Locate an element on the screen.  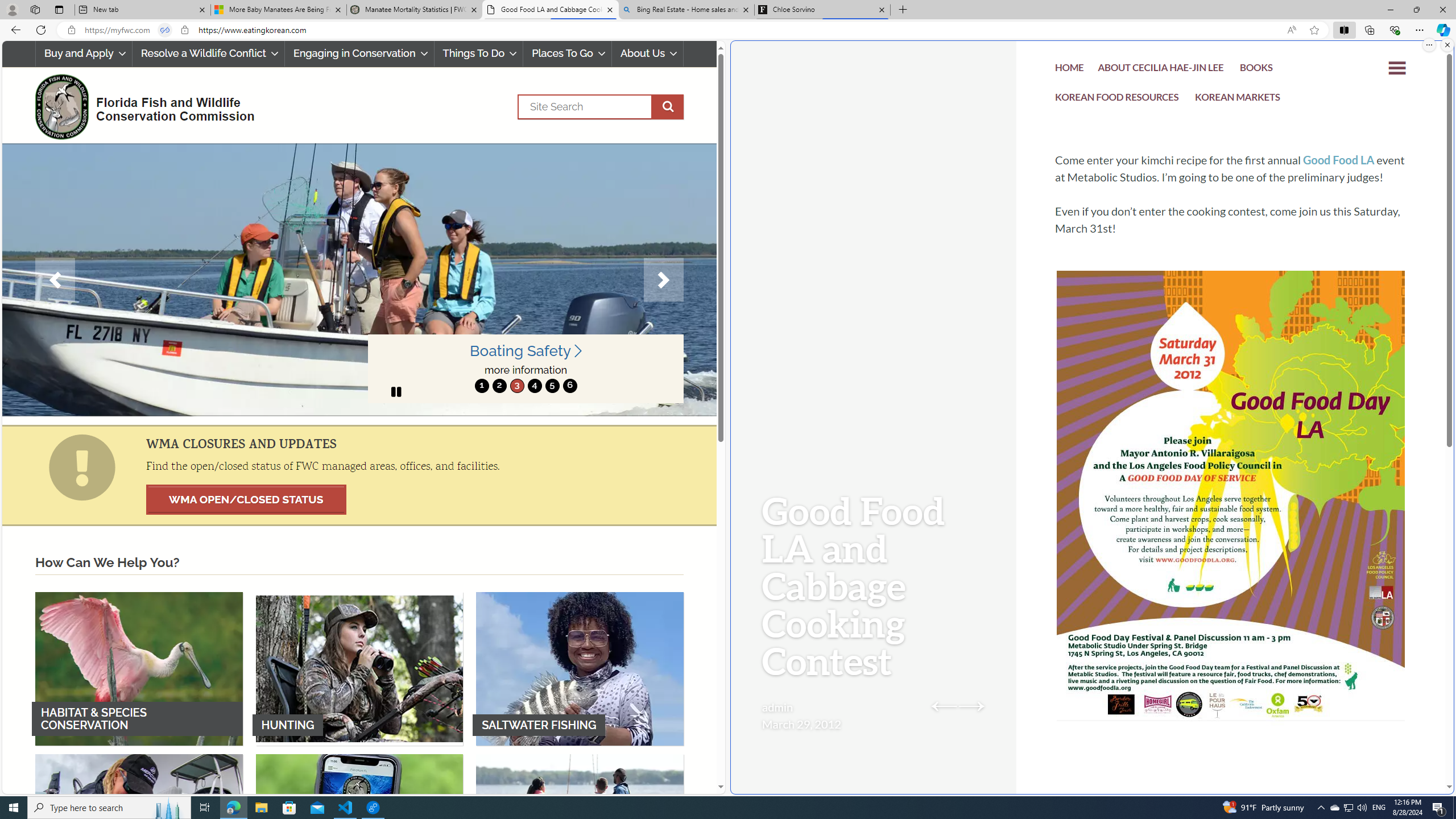
'KOREAN FOOD RESOURCES' is located at coordinates (1117, 100).